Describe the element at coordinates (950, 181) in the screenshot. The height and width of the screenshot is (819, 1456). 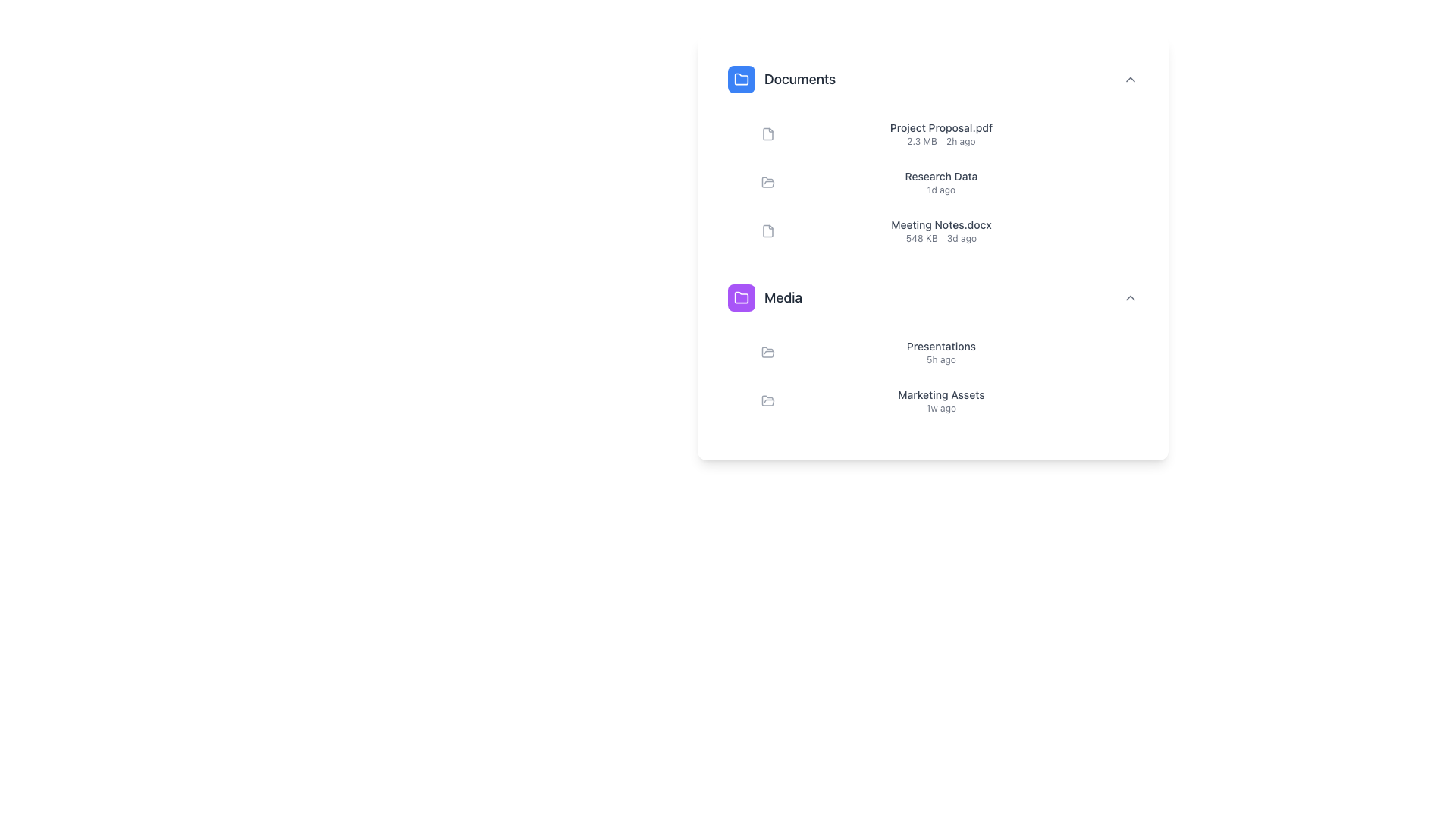
I see `to select the folder named 'Research Data', which is the second item in the Documents section of the list` at that location.